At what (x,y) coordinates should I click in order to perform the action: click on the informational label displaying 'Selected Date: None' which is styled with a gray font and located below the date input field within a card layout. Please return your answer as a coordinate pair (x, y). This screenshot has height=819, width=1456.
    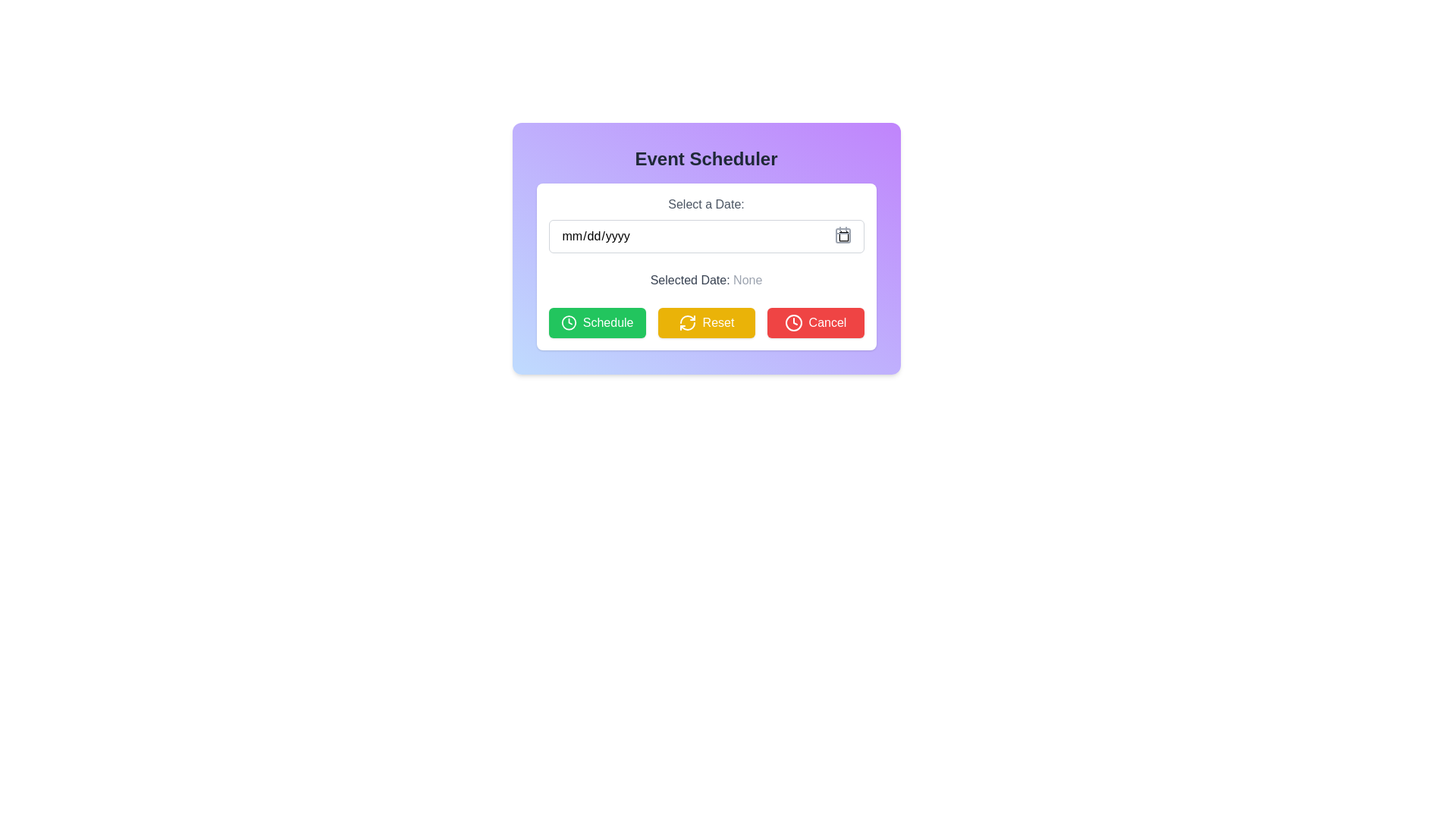
    Looking at the image, I should click on (705, 281).